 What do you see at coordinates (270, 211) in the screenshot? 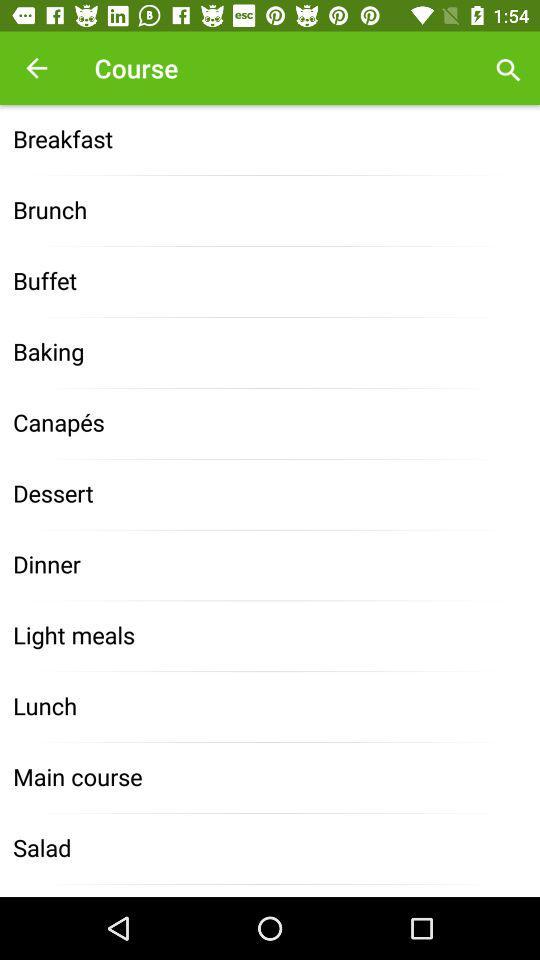
I see `icon below the breakfast item` at bounding box center [270, 211].